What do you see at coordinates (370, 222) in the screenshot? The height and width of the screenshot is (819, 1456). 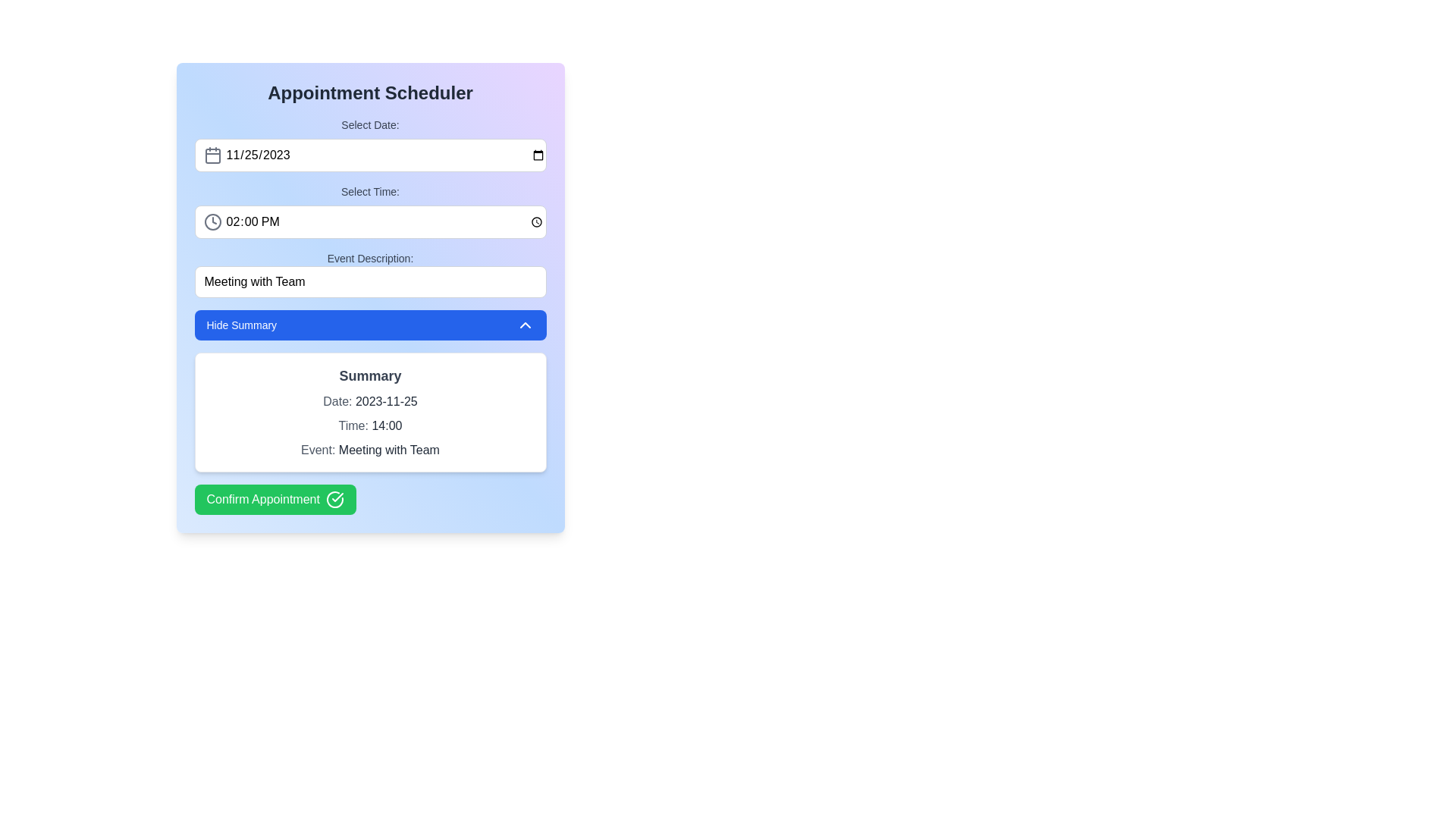 I see `the Time input field displaying '02:00 PM' by tabbing to it` at bounding box center [370, 222].